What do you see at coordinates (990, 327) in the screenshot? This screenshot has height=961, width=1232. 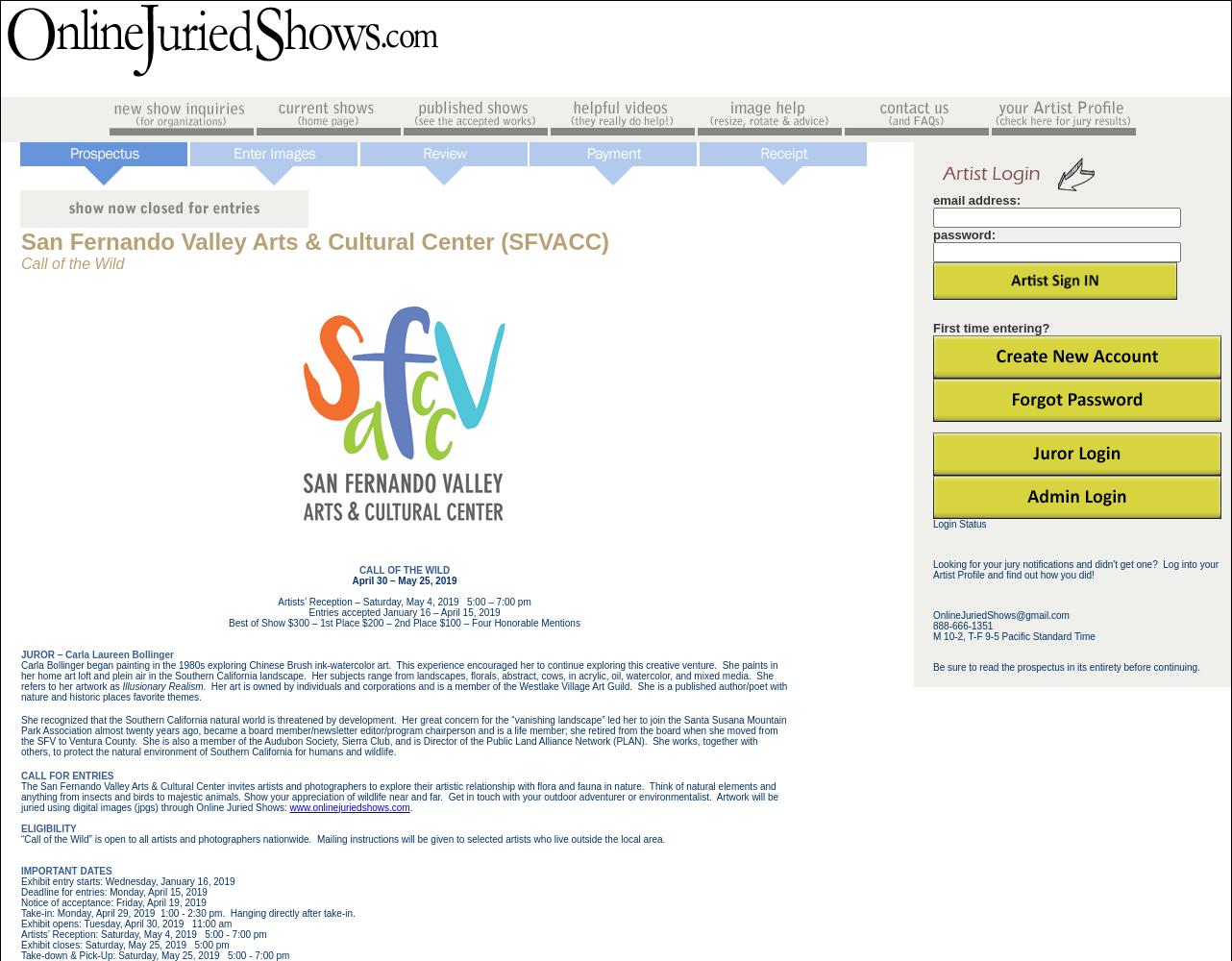 I see `'First time entering?'` at bounding box center [990, 327].